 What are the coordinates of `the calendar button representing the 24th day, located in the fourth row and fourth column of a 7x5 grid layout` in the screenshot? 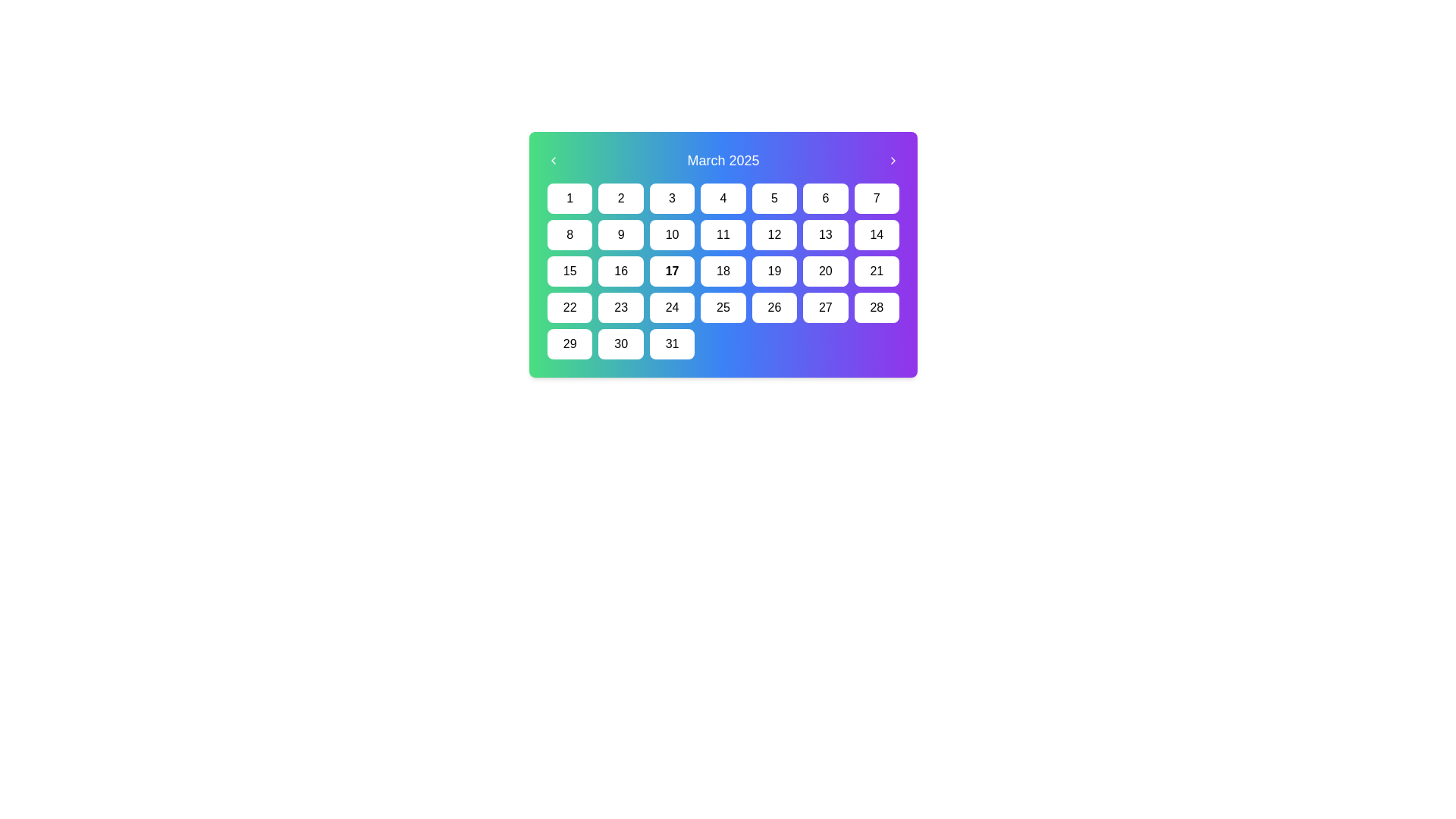 It's located at (671, 307).